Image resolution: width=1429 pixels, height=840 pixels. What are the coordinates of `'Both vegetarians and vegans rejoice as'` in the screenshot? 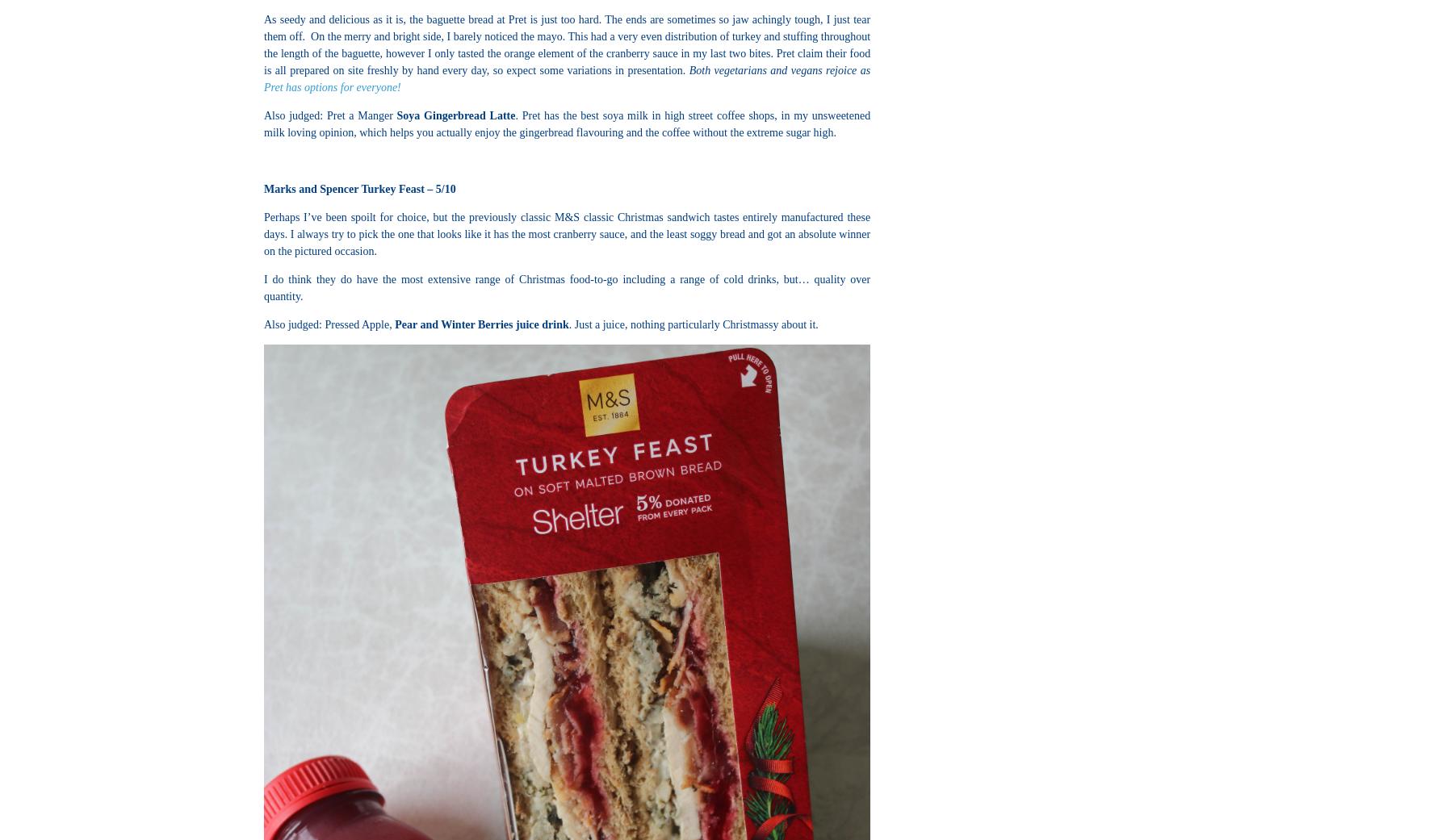 It's located at (688, 69).